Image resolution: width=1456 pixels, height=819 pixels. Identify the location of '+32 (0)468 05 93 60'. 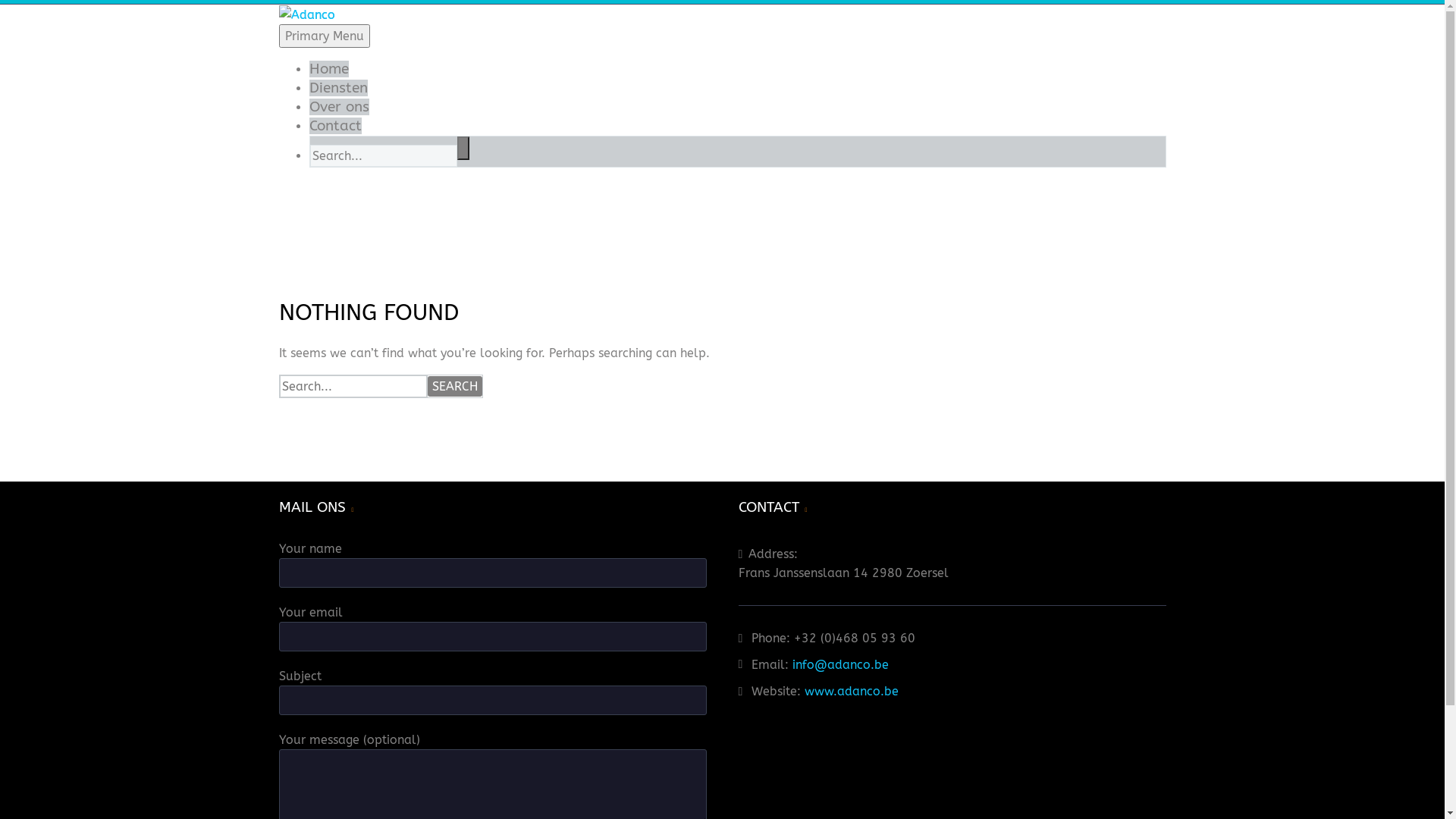
(792, 638).